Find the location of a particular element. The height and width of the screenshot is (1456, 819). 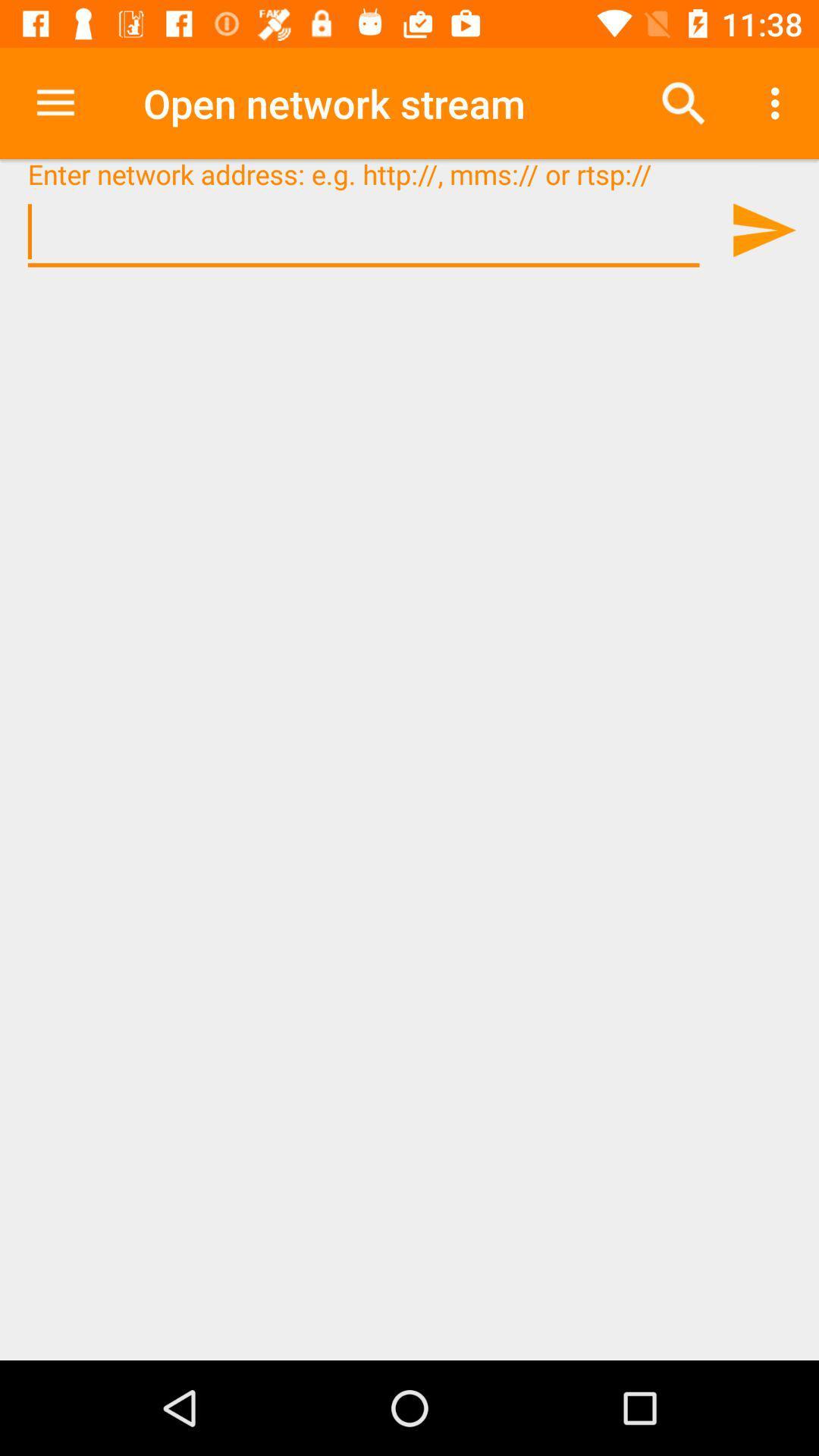

network address is located at coordinates (363, 231).